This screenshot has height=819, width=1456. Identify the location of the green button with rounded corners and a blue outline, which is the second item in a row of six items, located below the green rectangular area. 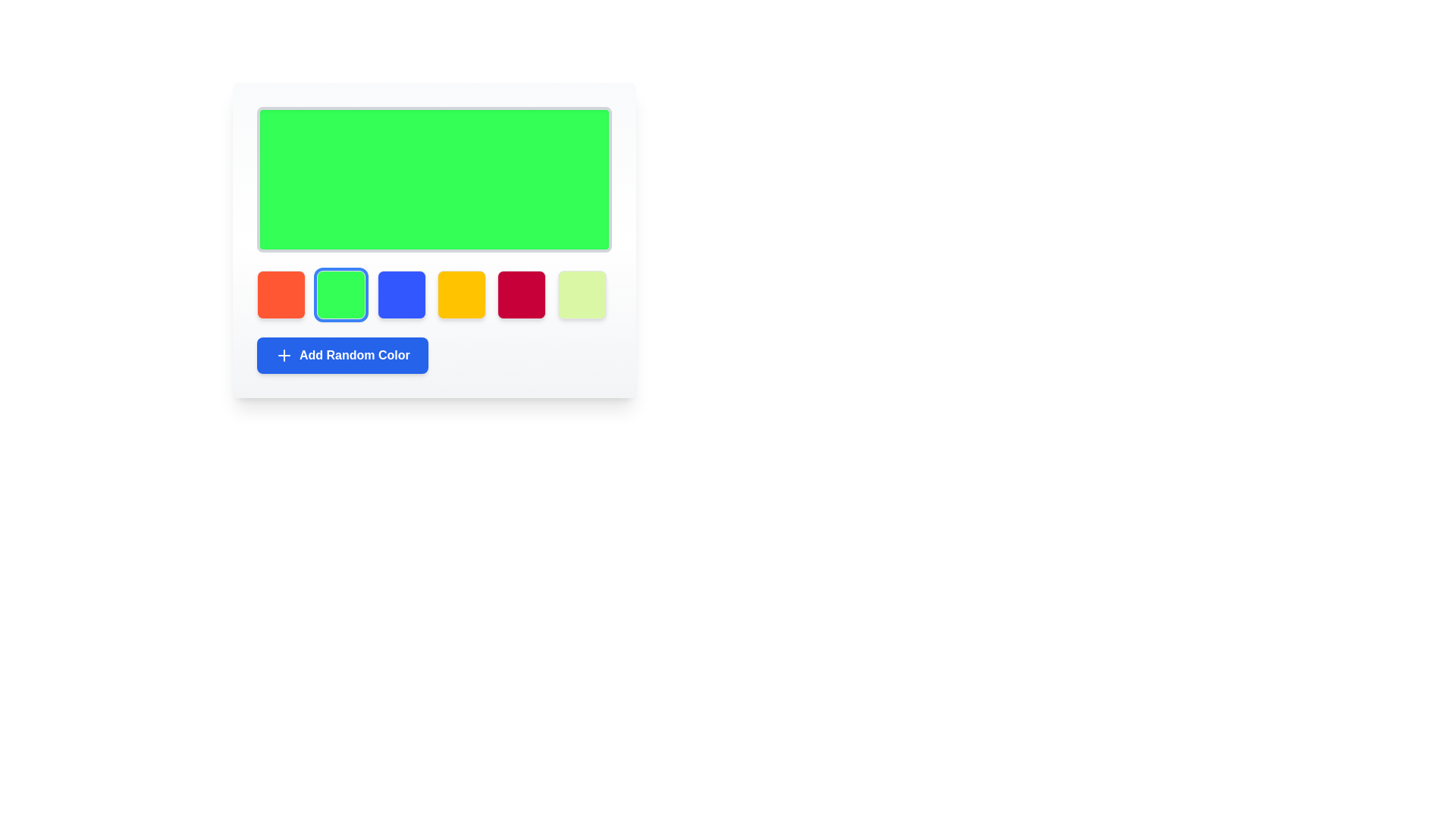
(340, 295).